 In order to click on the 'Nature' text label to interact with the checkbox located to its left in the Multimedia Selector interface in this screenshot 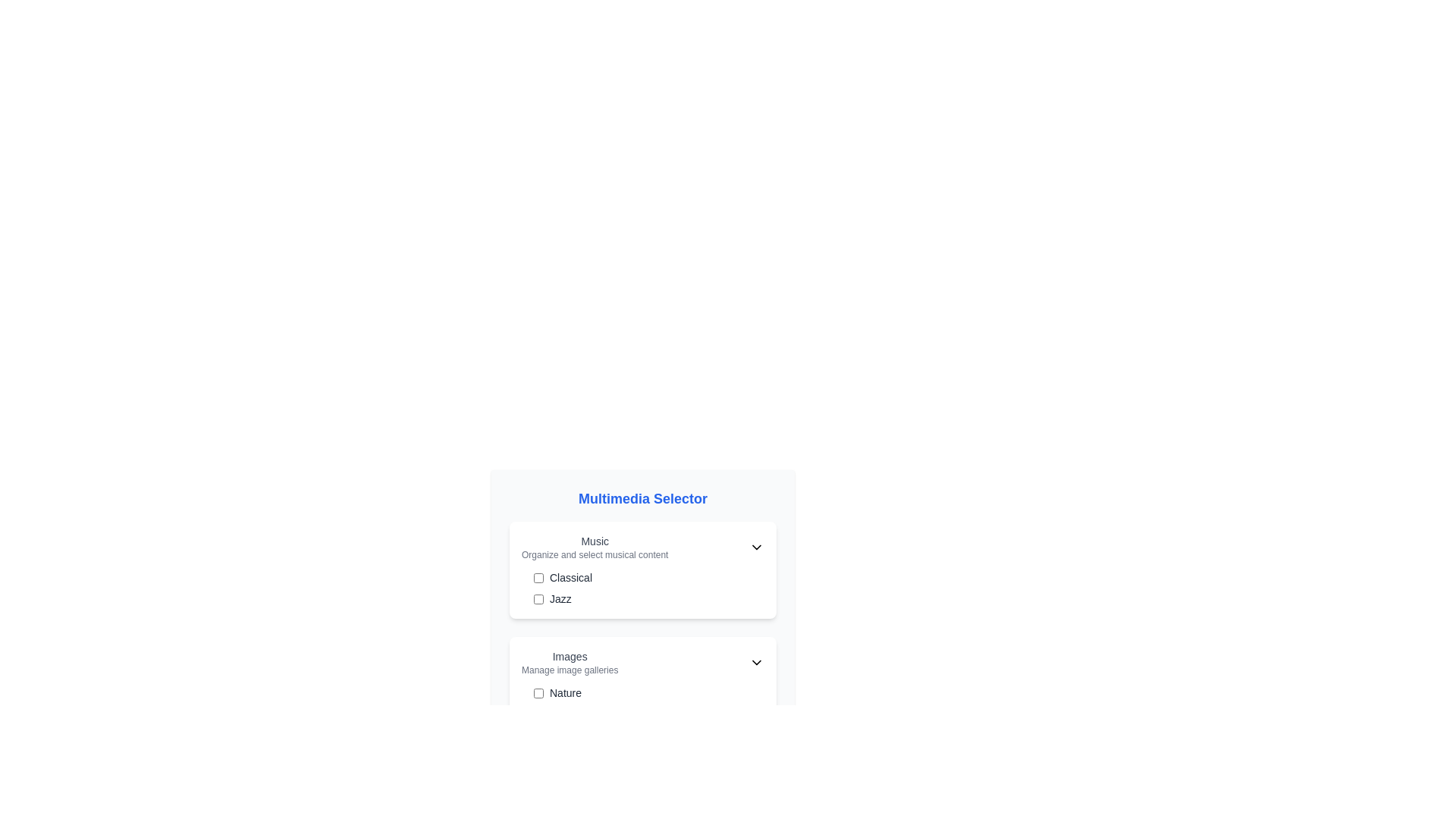, I will do `click(565, 693)`.